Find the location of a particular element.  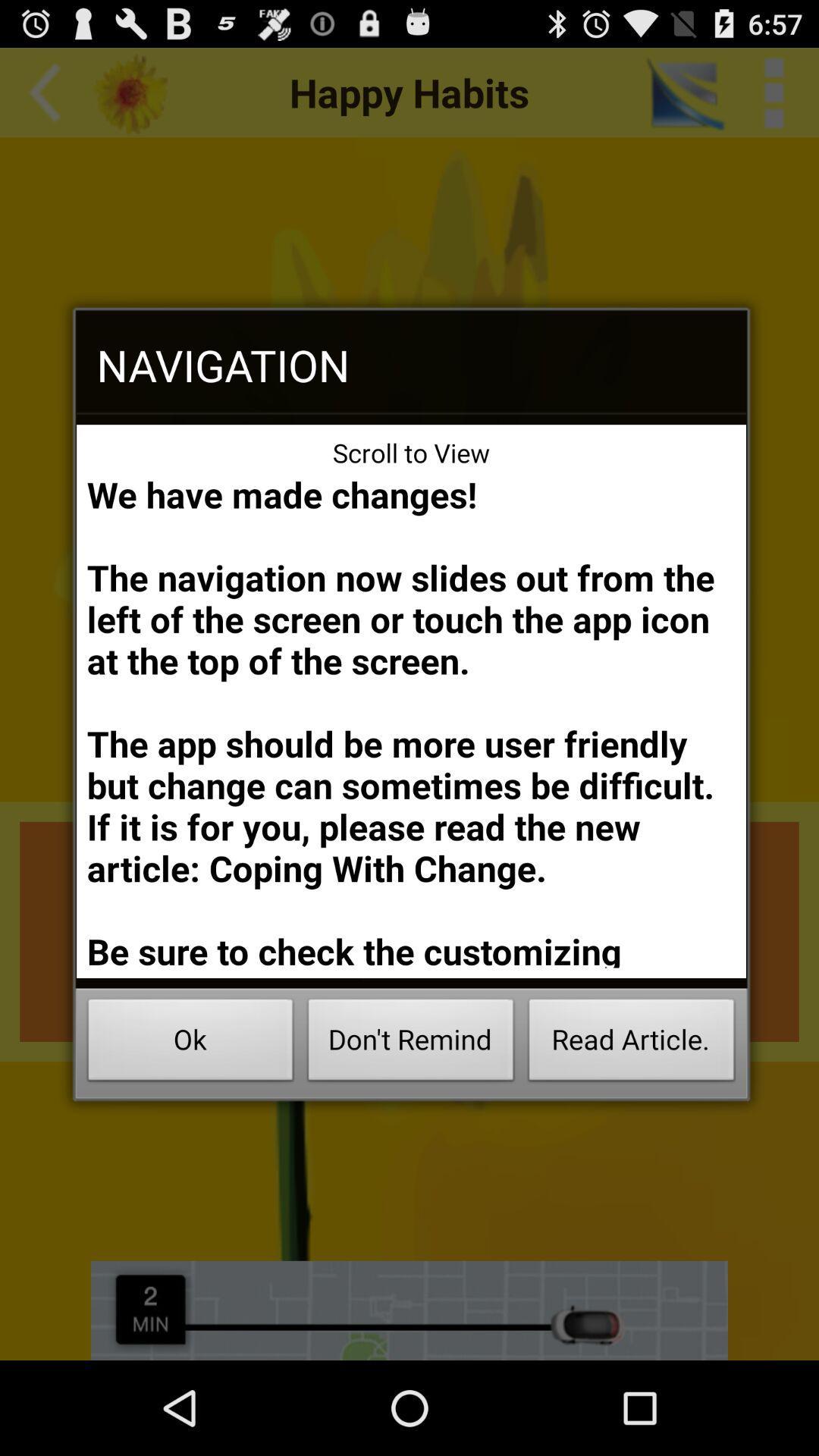

the icon at the bottom is located at coordinates (411, 1043).